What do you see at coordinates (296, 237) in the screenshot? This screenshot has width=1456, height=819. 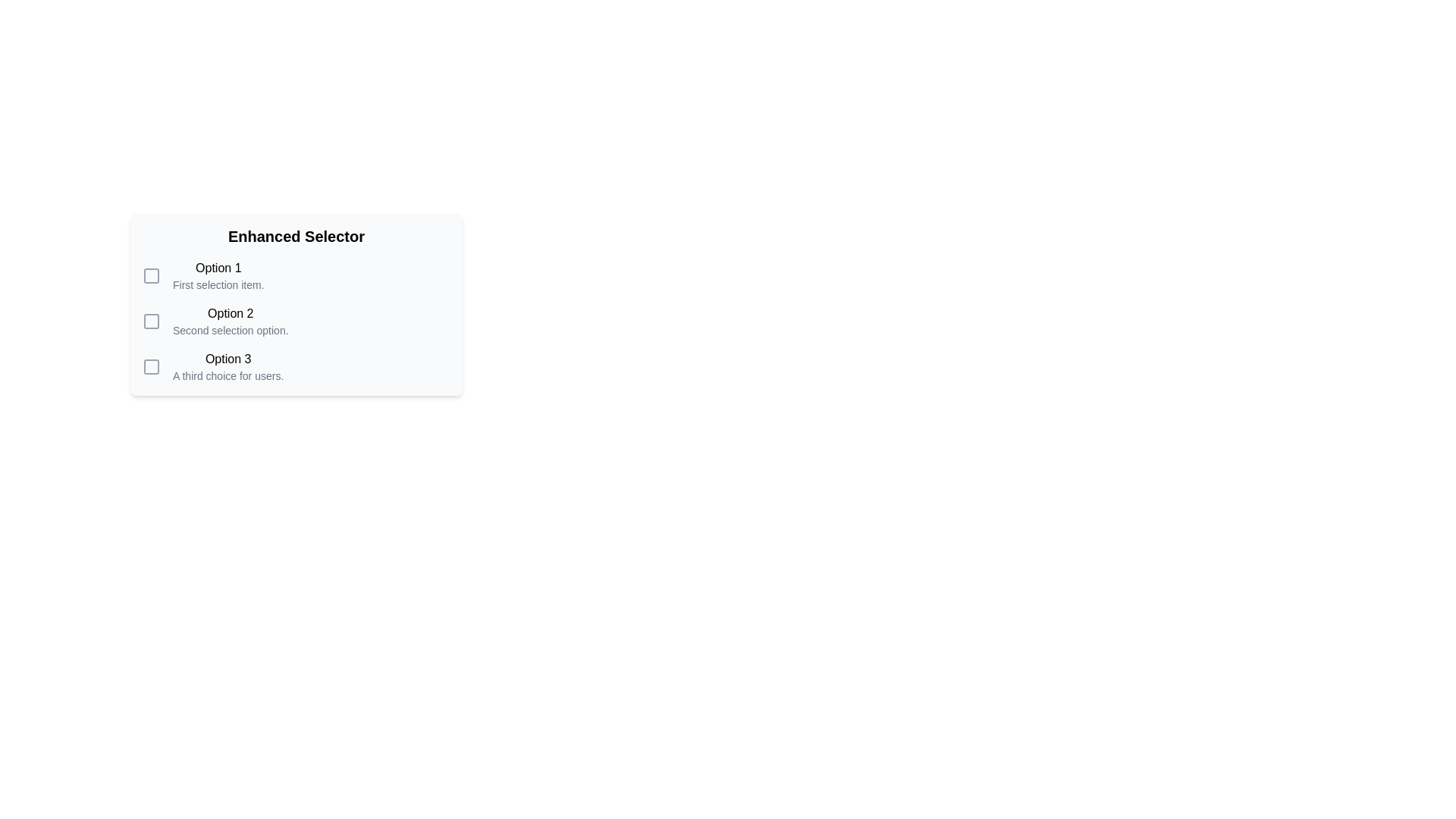 I see `bold header text labeled 'Enhanced Selector' located at the top of the light gray rounded rectangular box` at bounding box center [296, 237].